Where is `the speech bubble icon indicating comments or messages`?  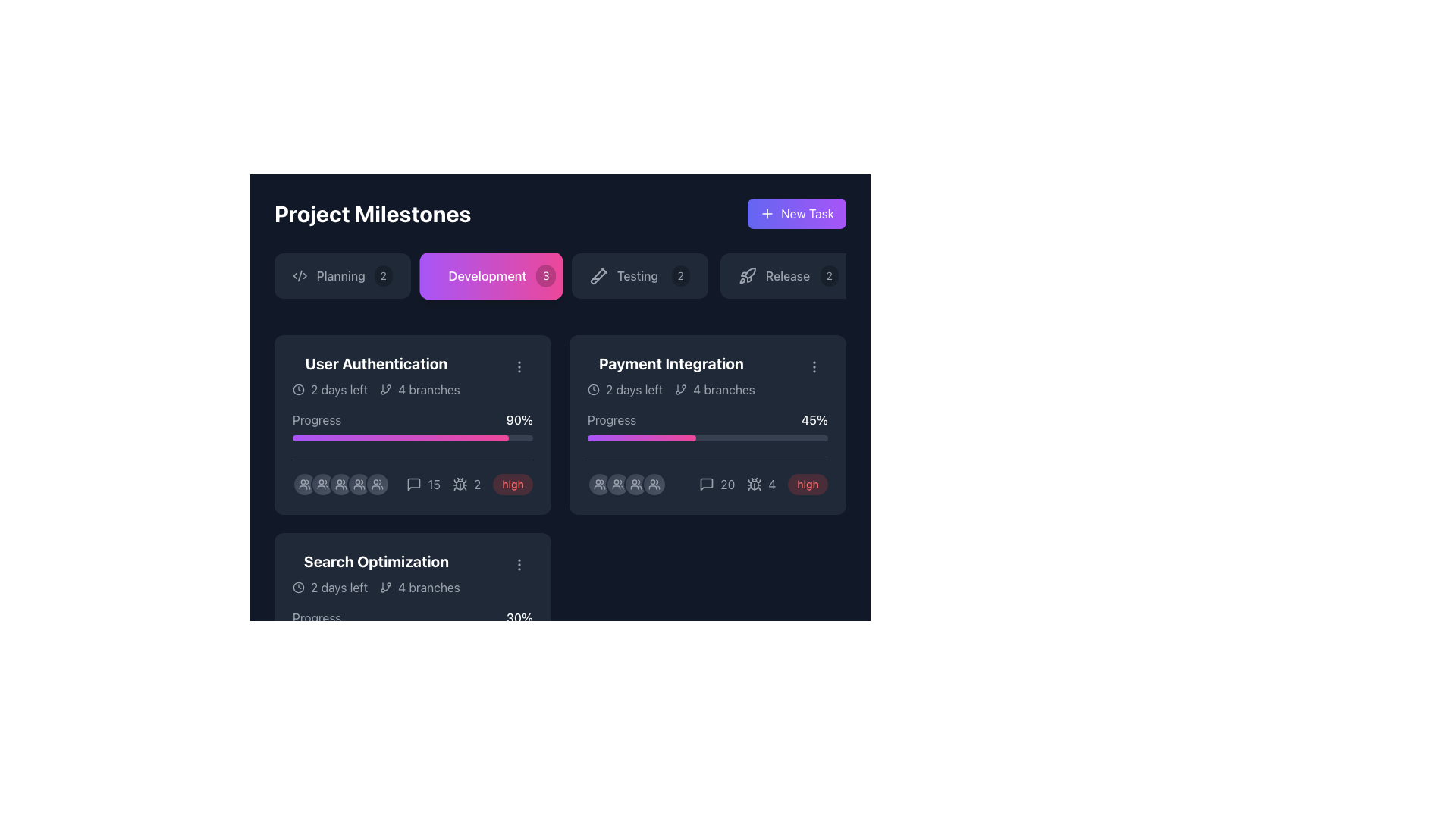 the speech bubble icon indicating comments or messages is located at coordinates (414, 485).